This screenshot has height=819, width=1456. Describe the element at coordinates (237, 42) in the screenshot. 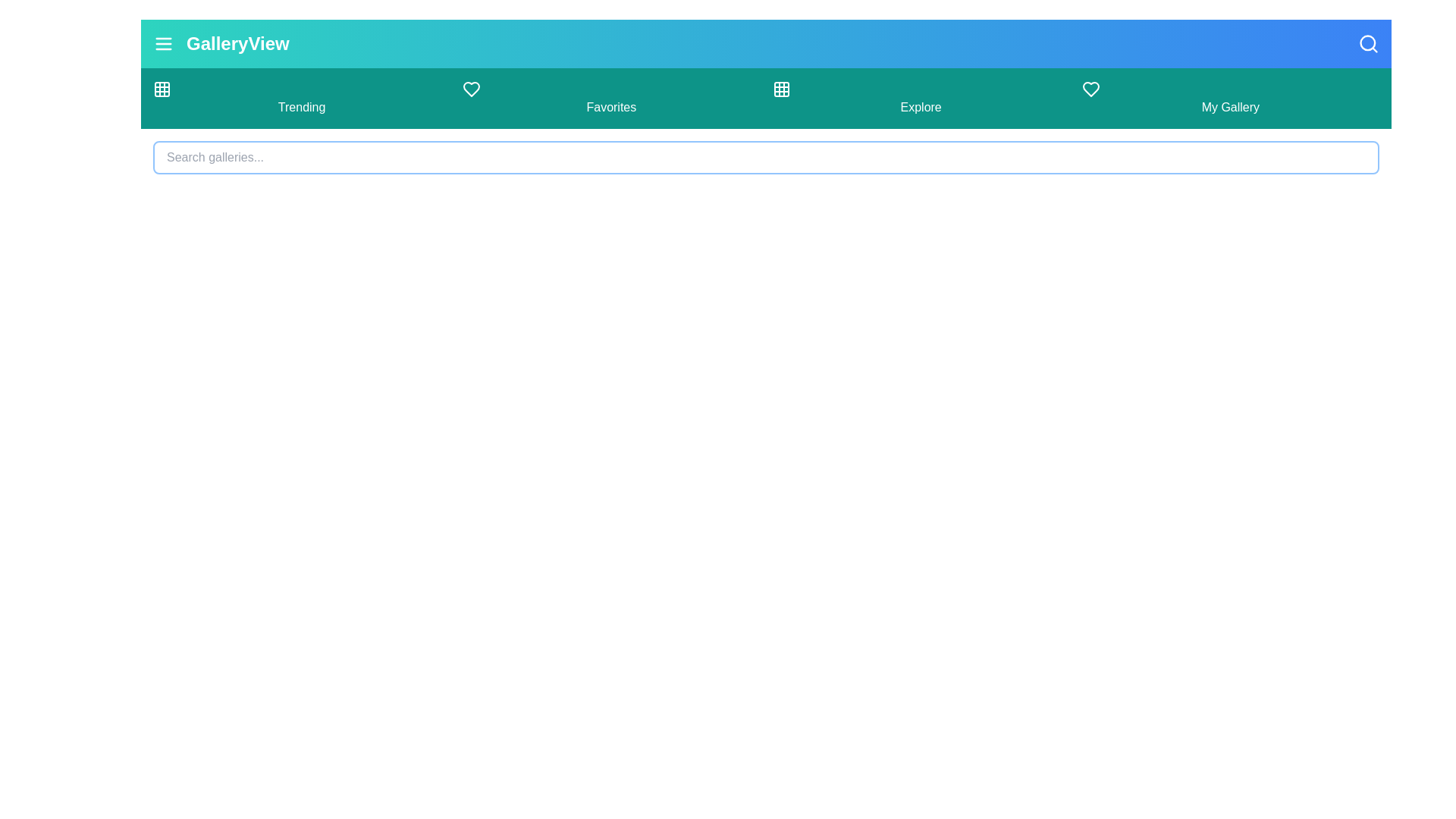

I see `the 'GalleryView' header text` at that location.